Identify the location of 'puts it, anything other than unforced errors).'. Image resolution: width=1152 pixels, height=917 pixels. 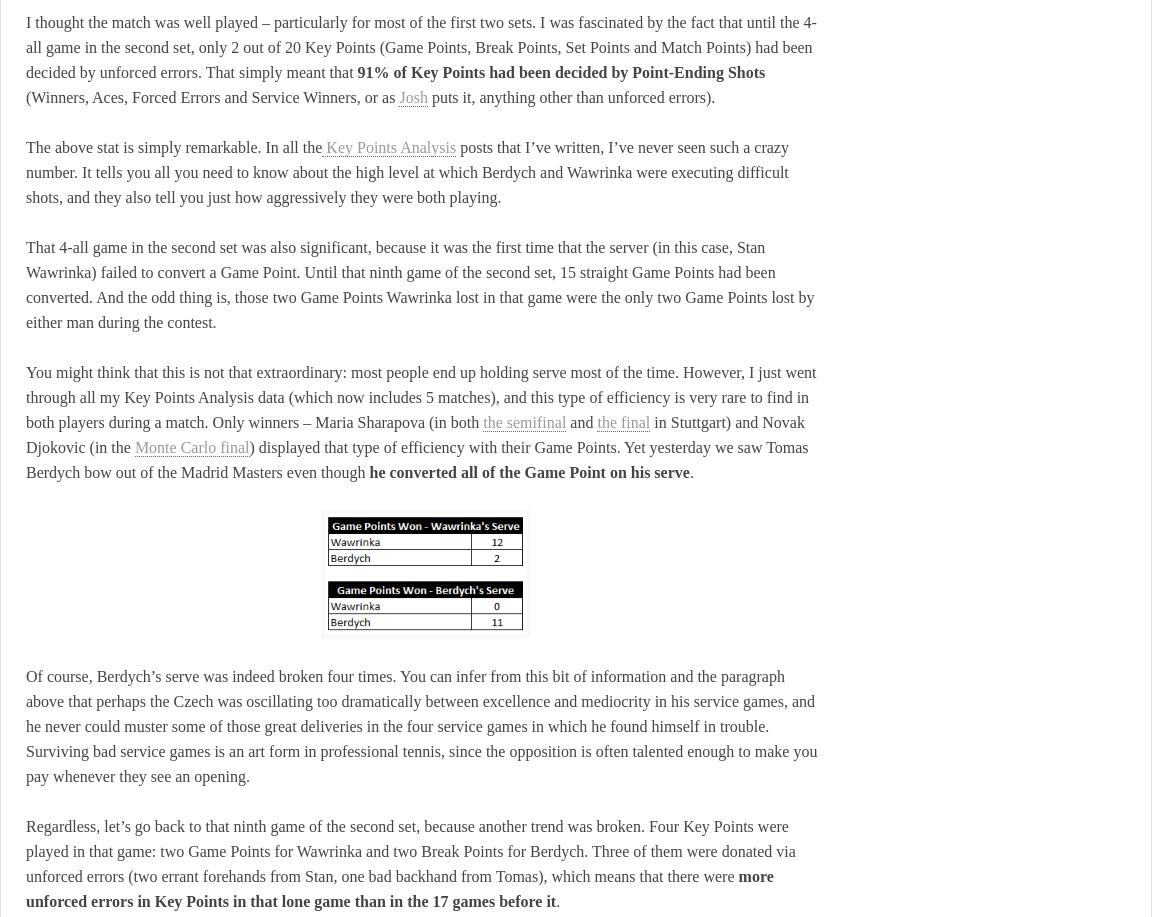
(571, 96).